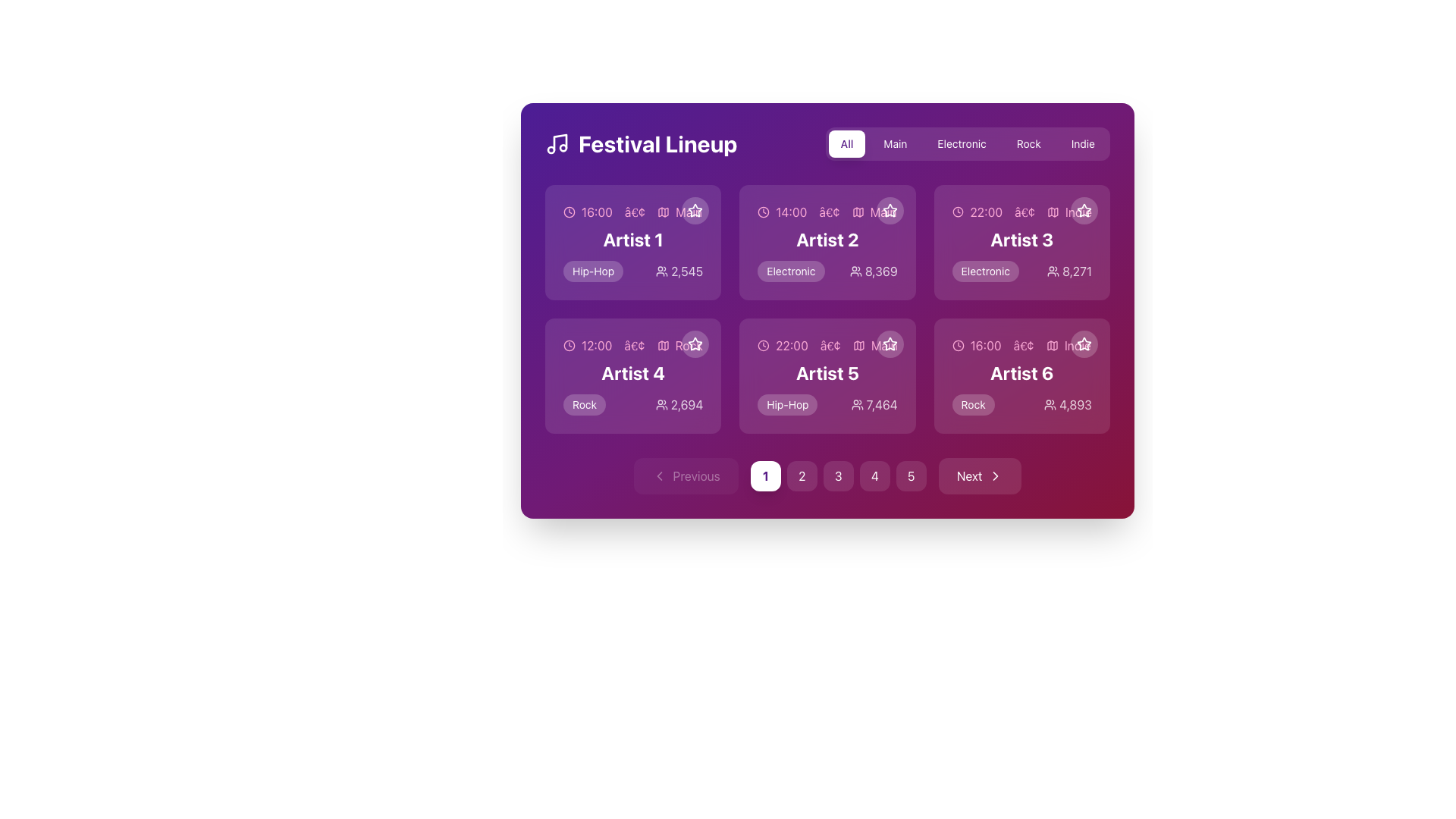 The height and width of the screenshot is (819, 1456). What do you see at coordinates (635, 212) in the screenshot?
I see `the decorative bullet point character (•) styled in light pink, located between the time text '16:00' and the map-like icon in the upper left section of the 'Artist 1' card` at bounding box center [635, 212].